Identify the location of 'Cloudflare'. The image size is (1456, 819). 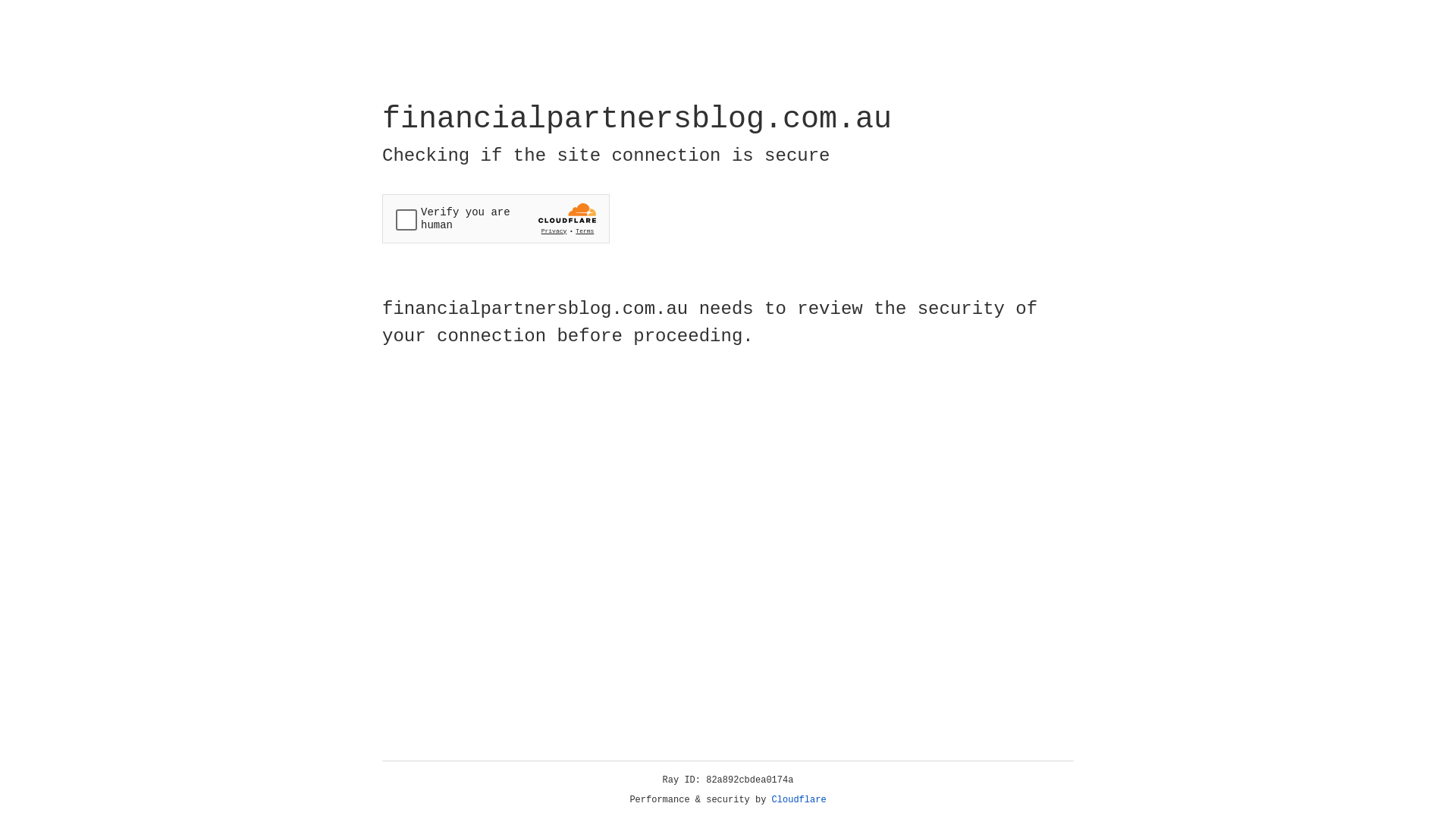
(799, 799).